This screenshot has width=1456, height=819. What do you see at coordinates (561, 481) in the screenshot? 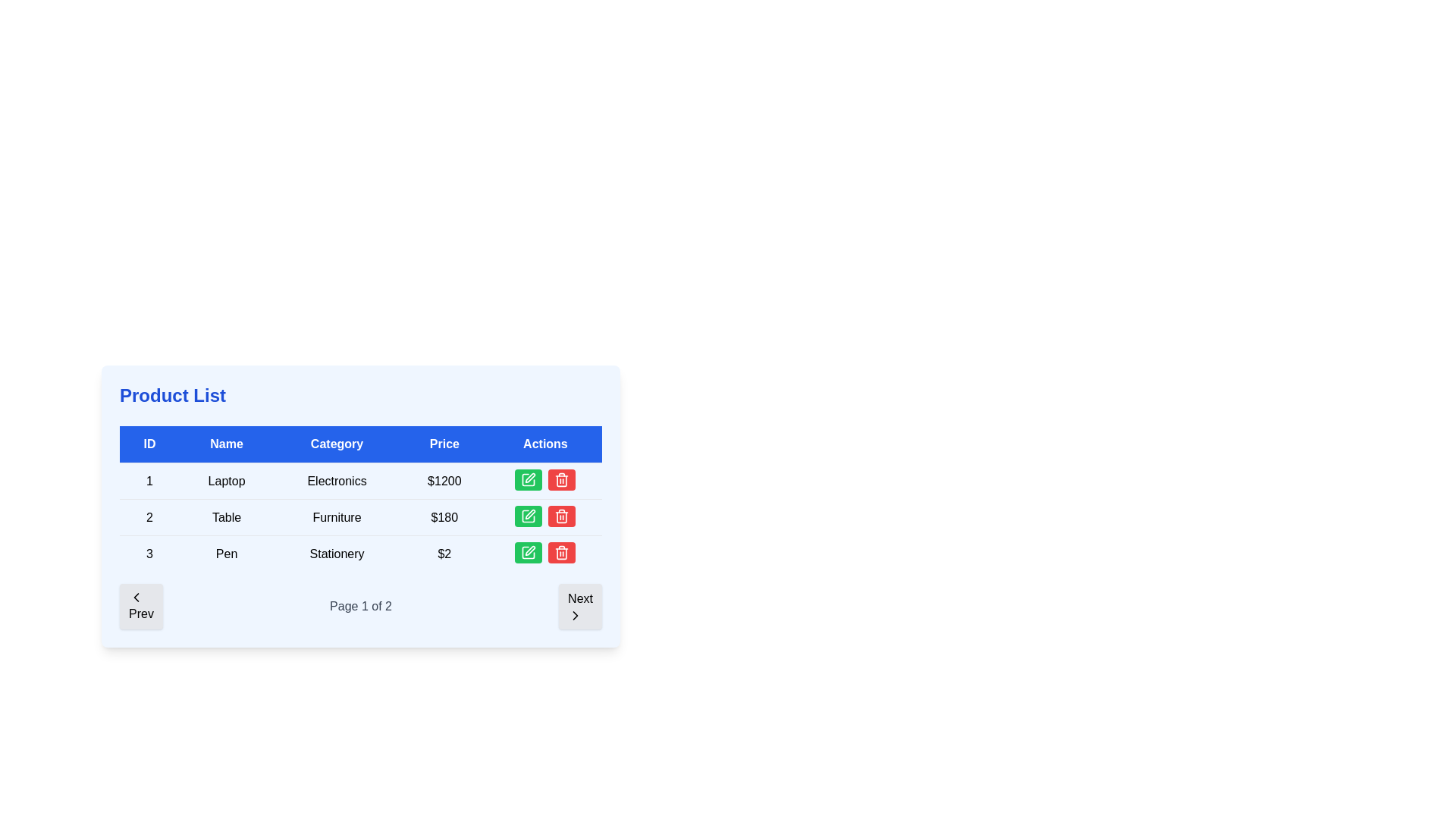
I see `the main body of the trash bin icon, which is part of the actions in the third row of the table` at bounding box center [561, 481].